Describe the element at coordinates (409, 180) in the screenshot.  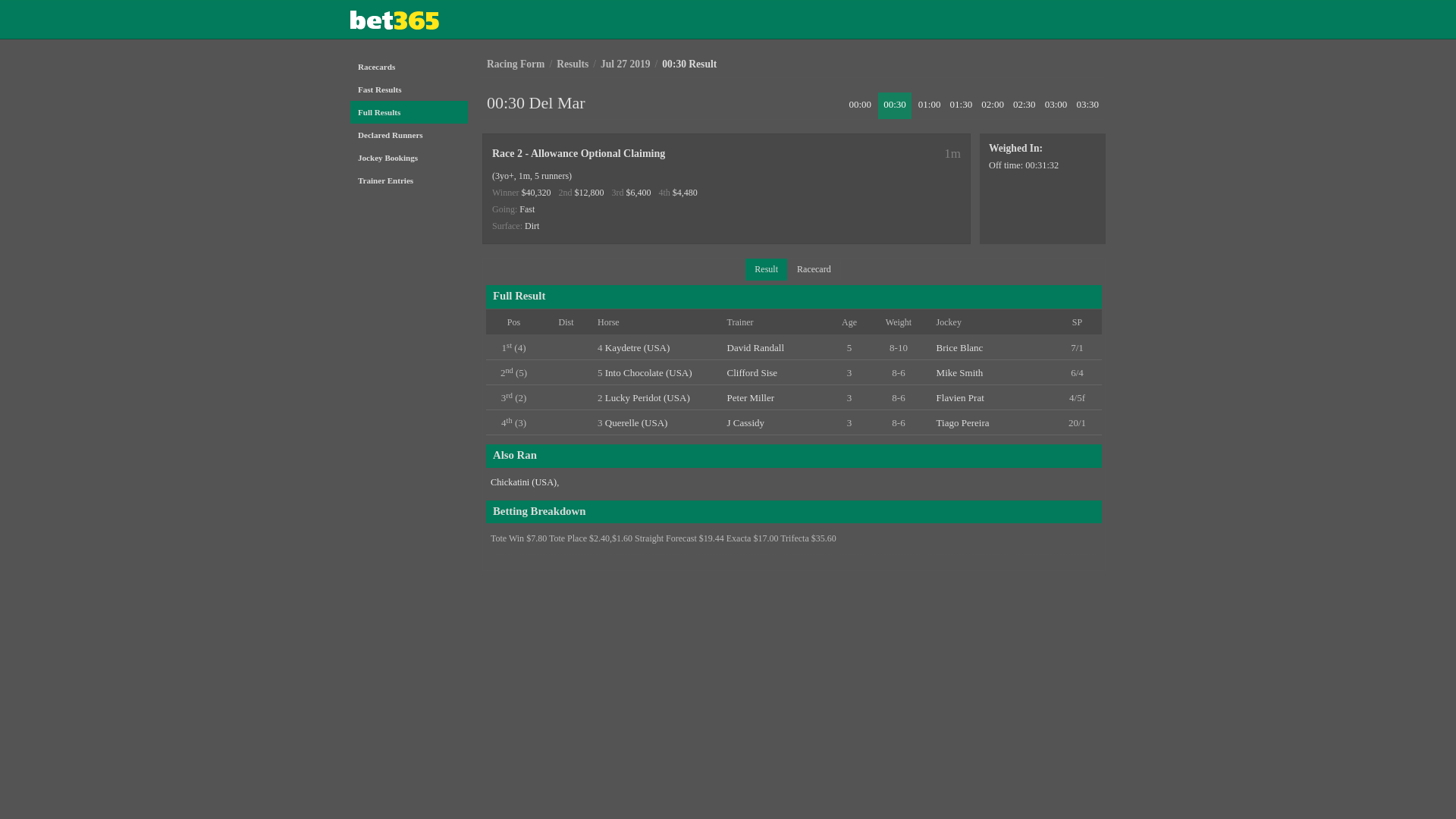
I see `'Trainer Entries'` at that location.